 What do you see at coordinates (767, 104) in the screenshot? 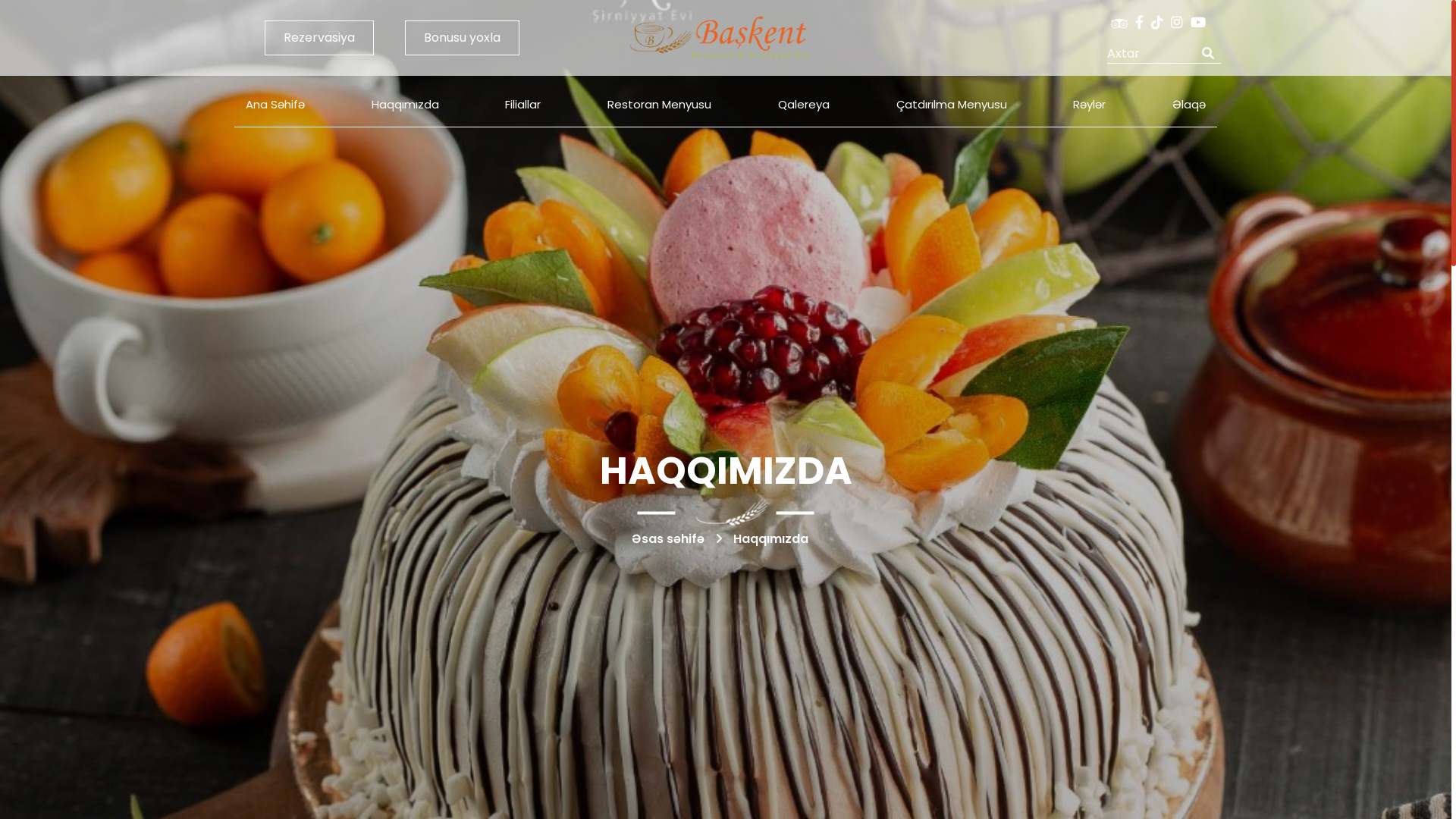
I see `'Qalereya'` at bounding box center [767, 104].